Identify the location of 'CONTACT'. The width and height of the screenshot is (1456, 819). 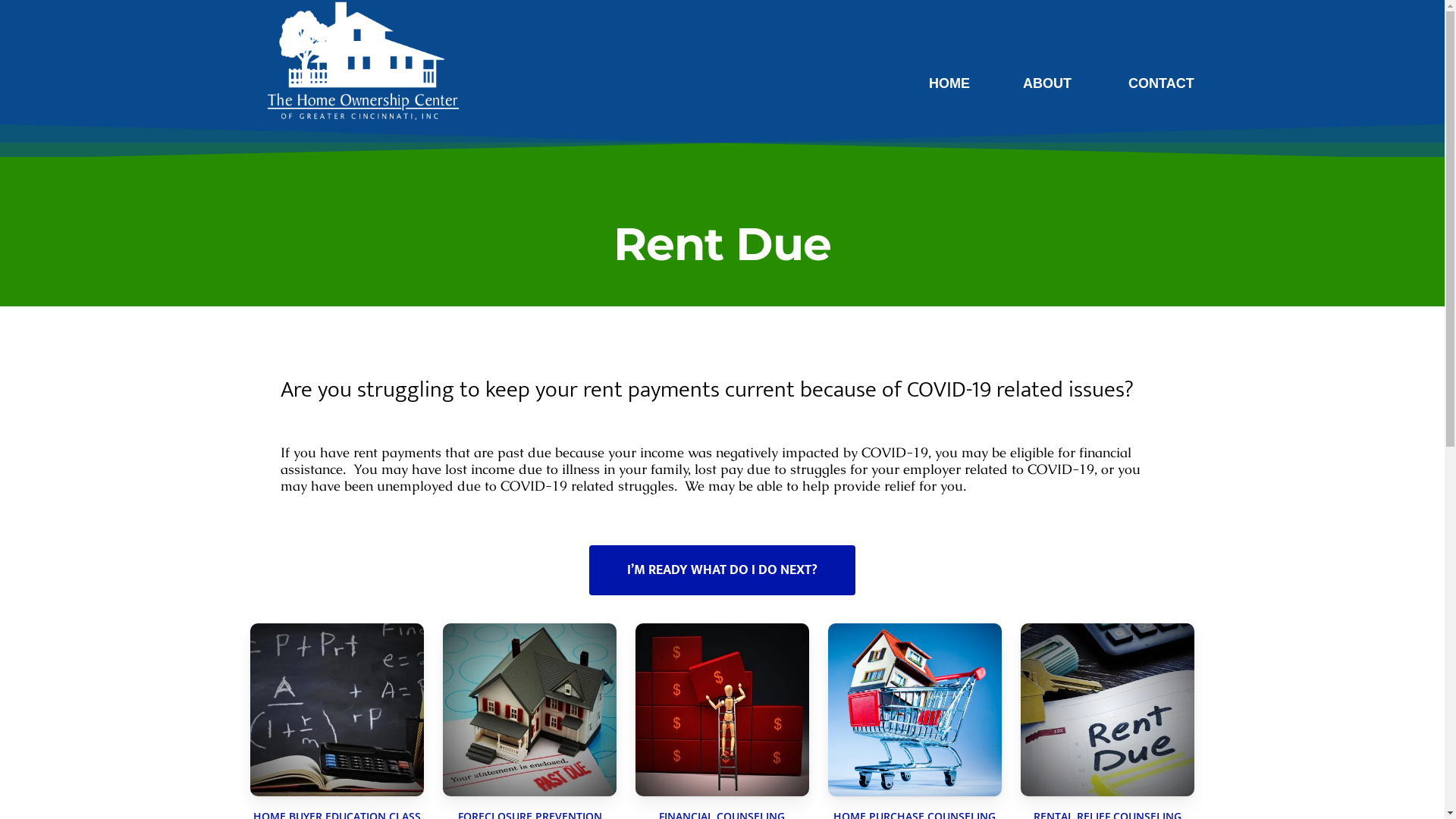
(1121, 83).